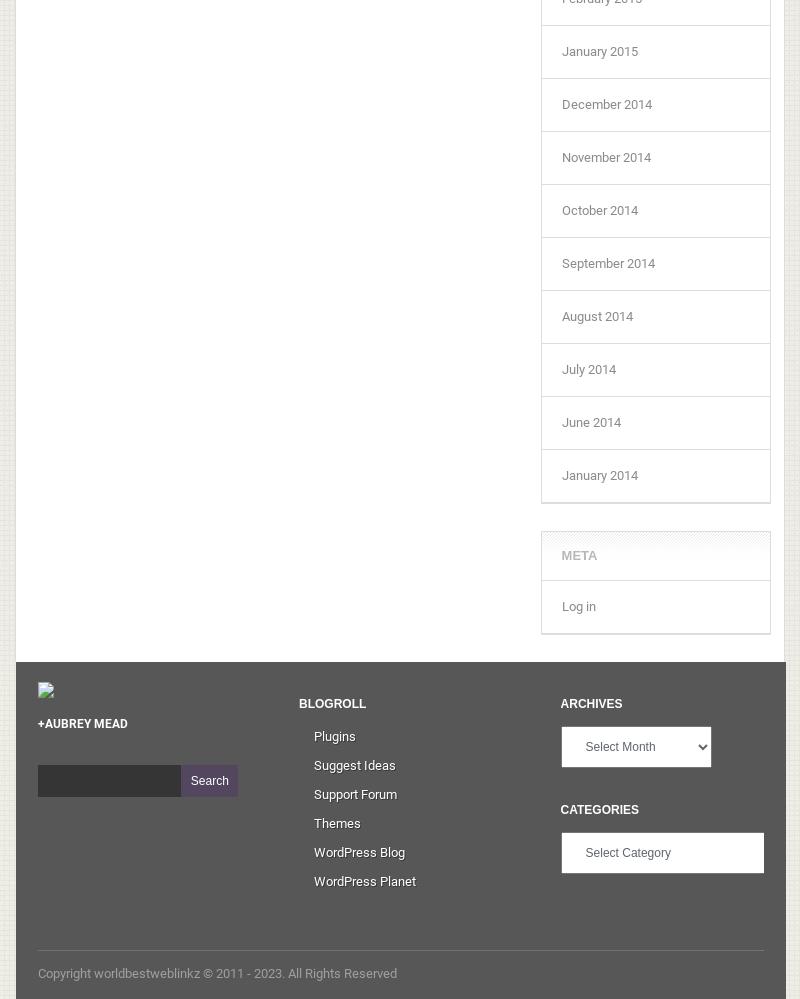  What do you see at coordinates (299, 702) in the screenshot?
I see `'Blogroll'` at bounding box center [299, 702].